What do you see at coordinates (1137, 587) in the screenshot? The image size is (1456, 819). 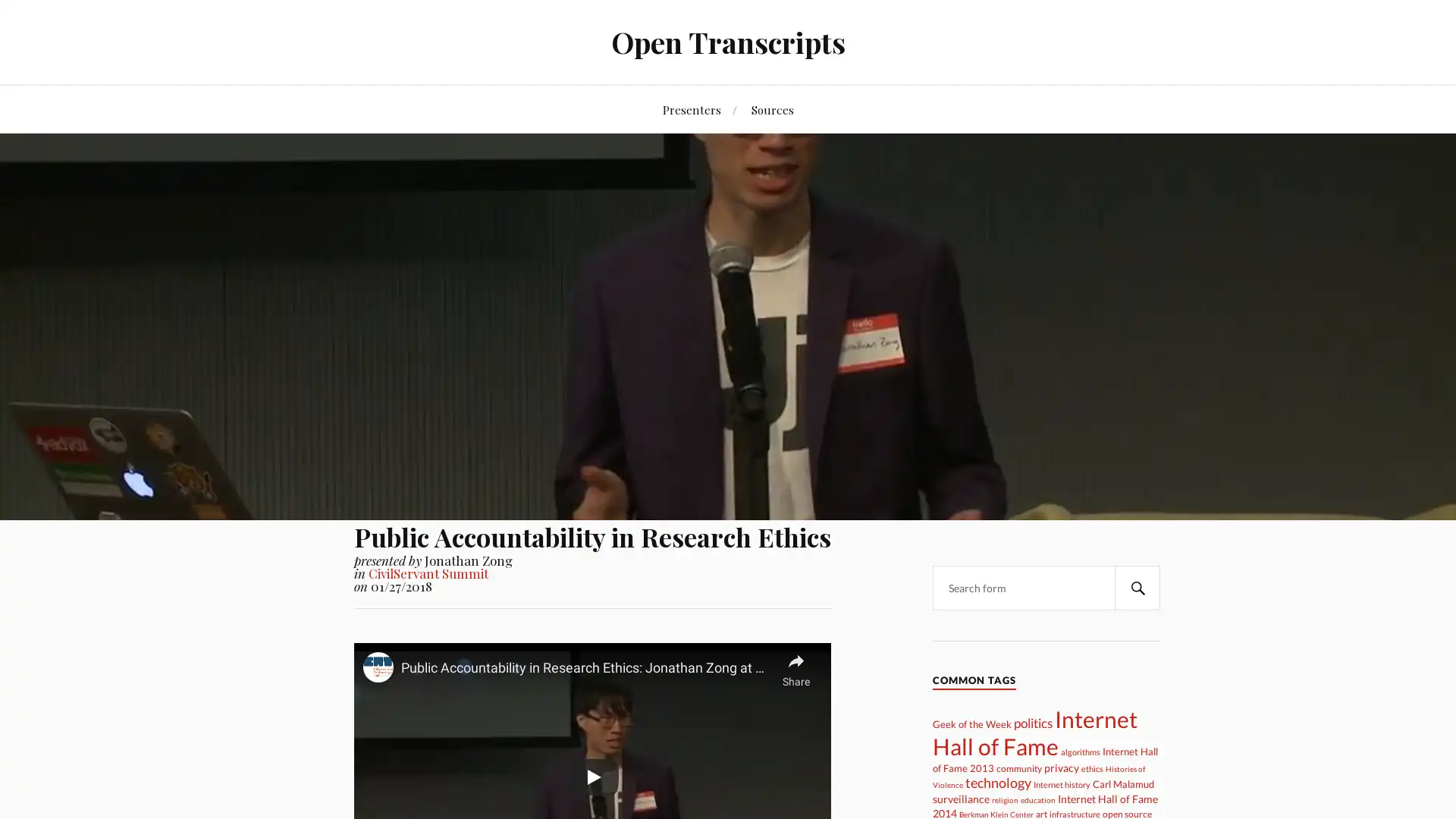 I see `Search` at bounding box center [1137, 587].